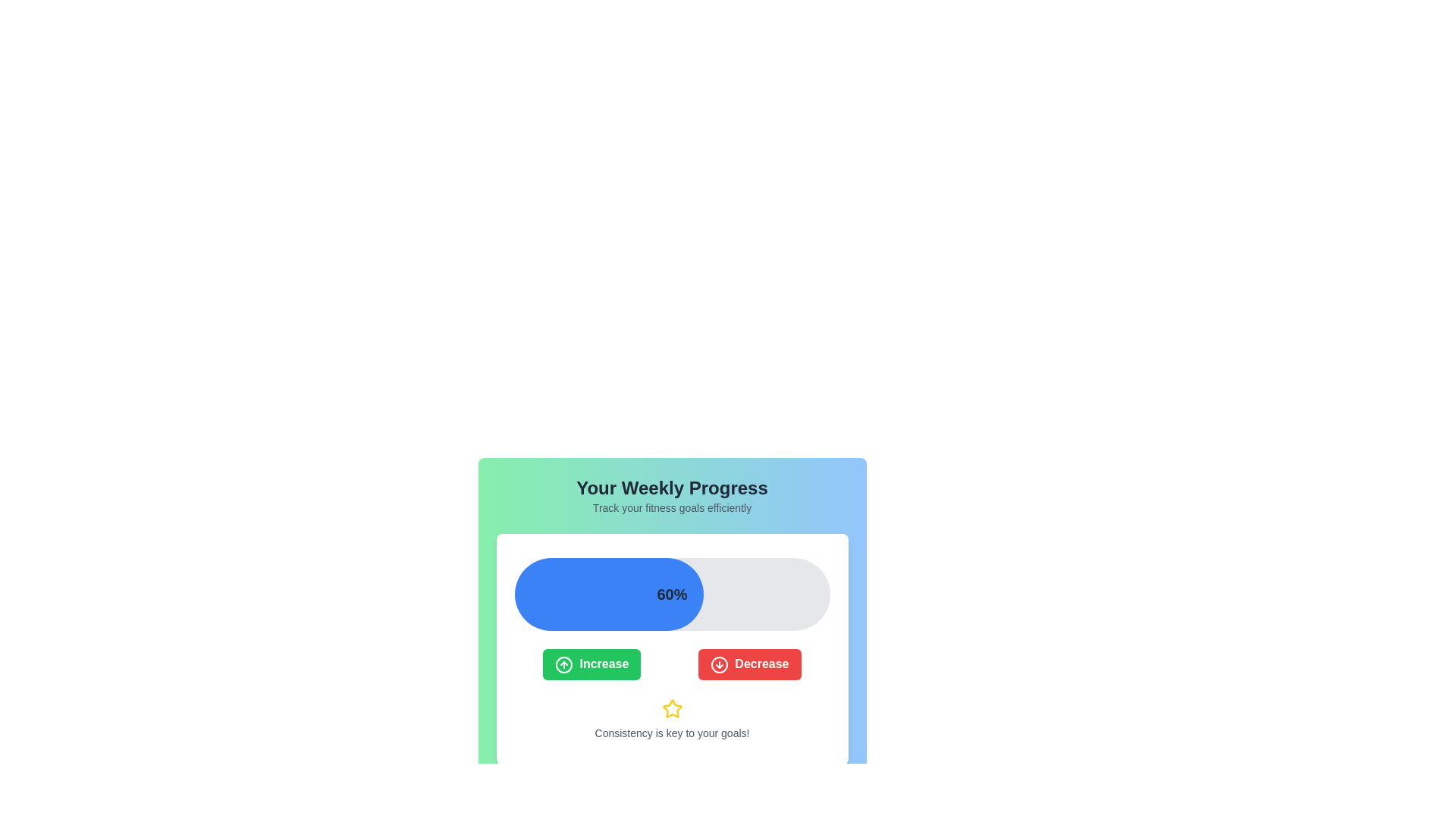 This screenshot has height=819, width=1456. What do you see at coordinates (563, 664) in the screenshot?
I see `the green circle icon with an upward-pointing arrow located within the 'Increase' button below the progress bar` at bounding box center [563, 664].